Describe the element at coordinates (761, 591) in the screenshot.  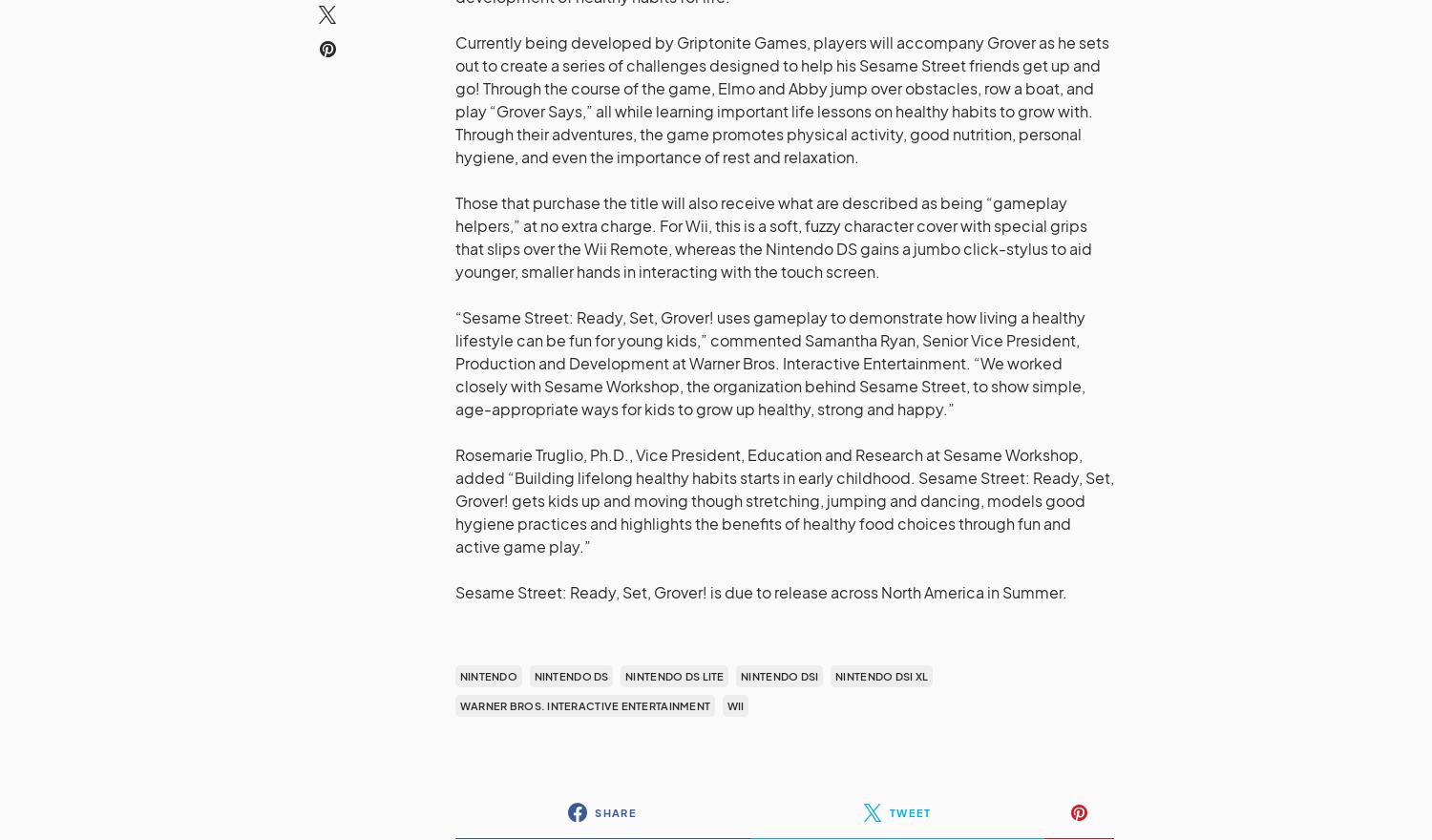
I see `'Sesame Street: Ready, Set, Grover! is due to release across North America in Summer.'` at that location.